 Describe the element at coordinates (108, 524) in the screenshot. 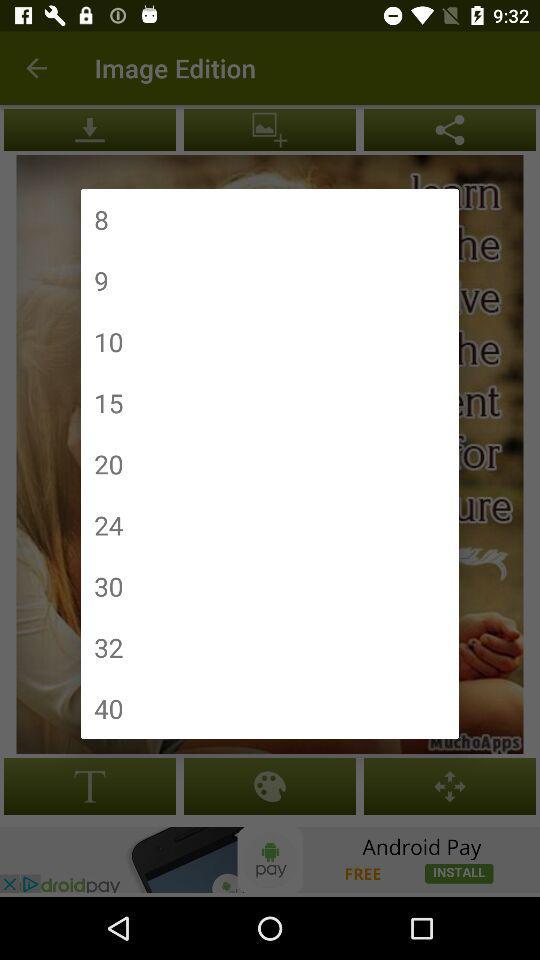

I see `24 item` at that location.